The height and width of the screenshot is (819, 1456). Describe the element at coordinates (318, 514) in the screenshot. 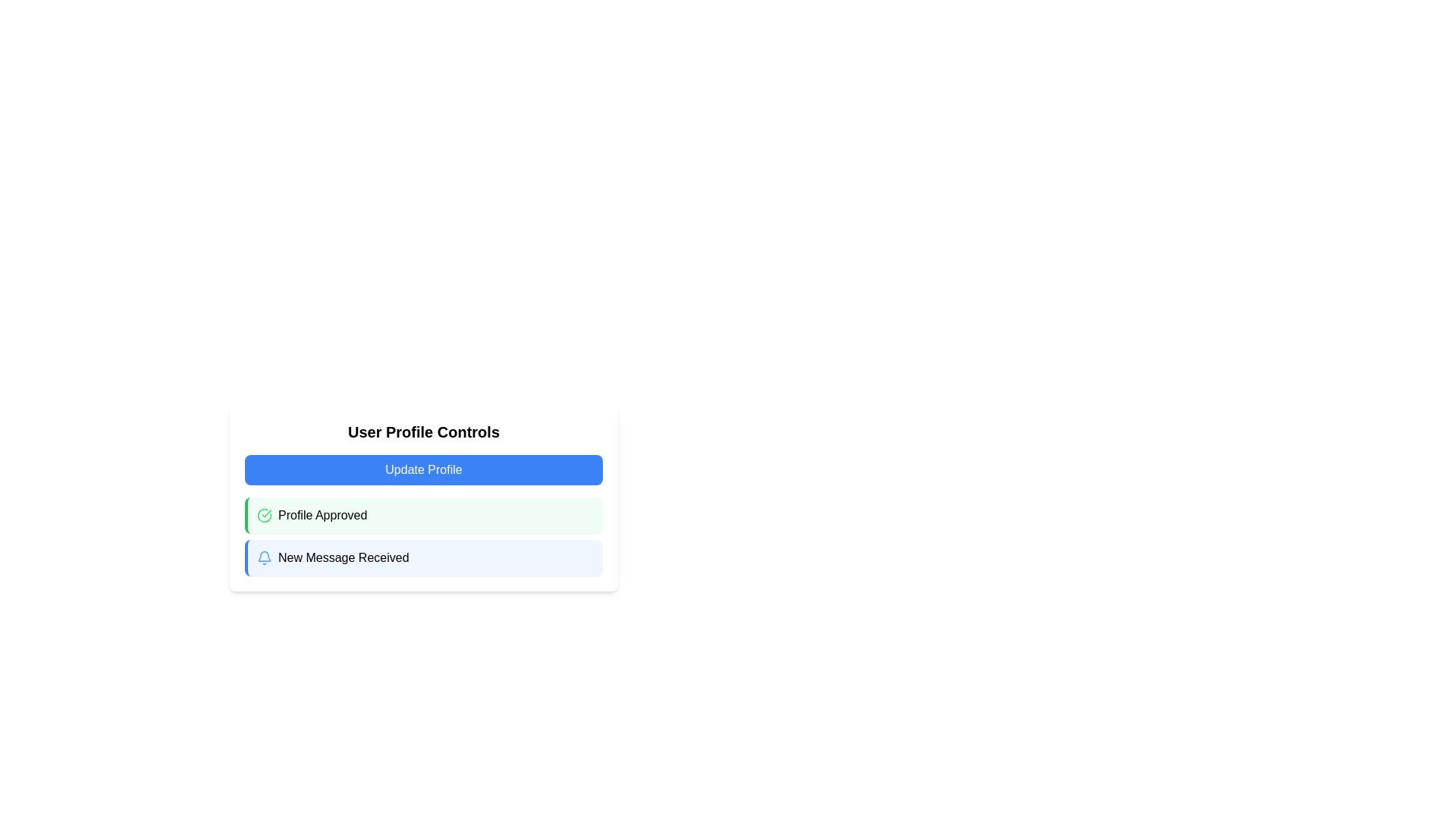

I see `the informational static text label that indicates the user's profile has been approved, positioned within the notification box under 'User Profile Controls'` at that location.